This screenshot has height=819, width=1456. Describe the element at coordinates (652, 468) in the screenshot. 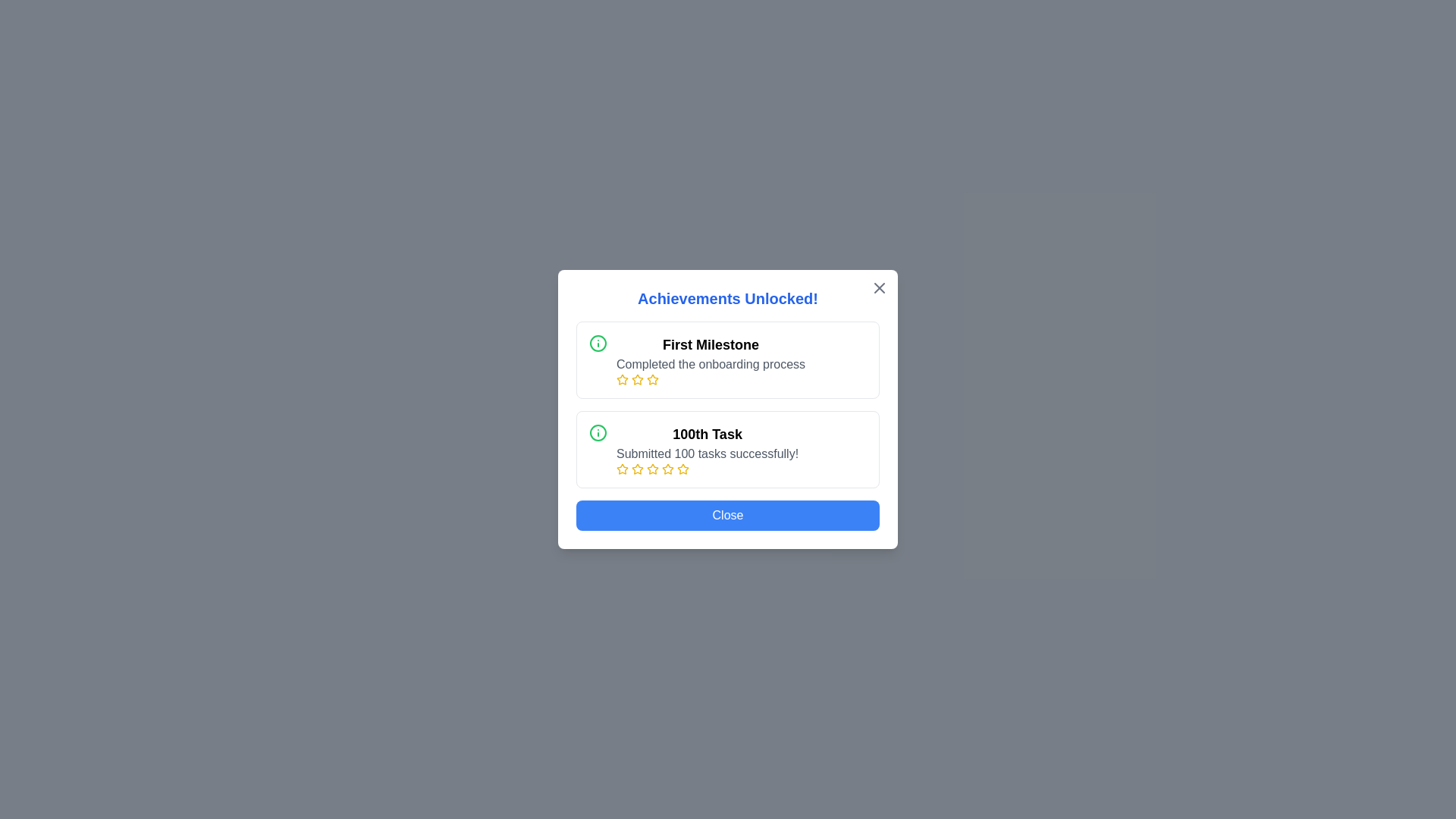

I see `the fourth star-shaped icon with a yellow stroke located below the '100th Task' achievement title to interact with it` at that location.